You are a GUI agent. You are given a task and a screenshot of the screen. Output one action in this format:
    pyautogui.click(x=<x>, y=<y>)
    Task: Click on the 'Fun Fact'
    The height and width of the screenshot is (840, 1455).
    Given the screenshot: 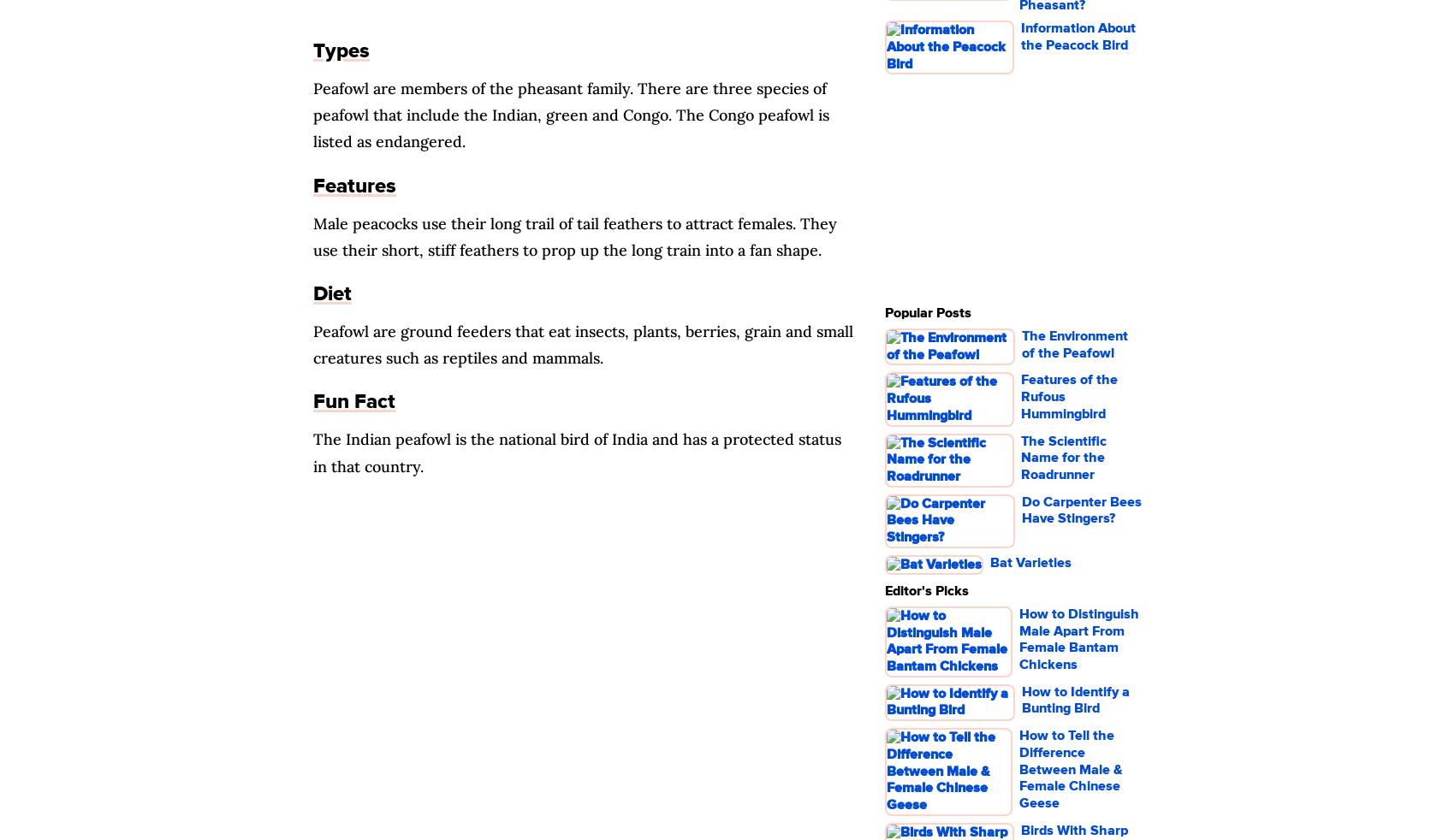 What is the action you would take?
    pyautogui.click(x=353, y=401)
    